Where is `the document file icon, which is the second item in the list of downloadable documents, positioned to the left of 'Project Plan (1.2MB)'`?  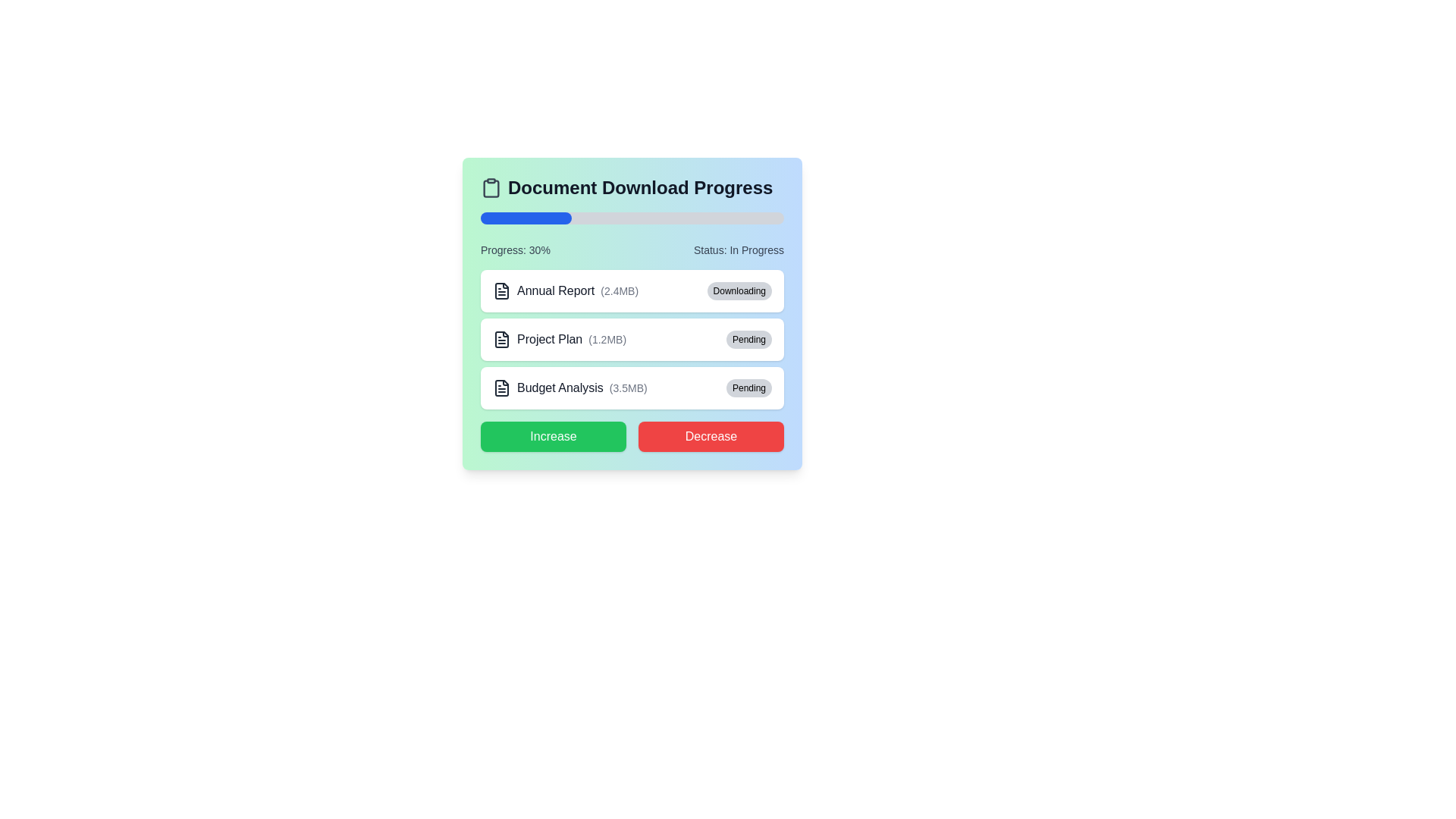
the document file icon, which is the second item in the list of downloadable documents, positioned to the left of 'Project Plan (1.2MB)' is located at coordinates (502, 338).